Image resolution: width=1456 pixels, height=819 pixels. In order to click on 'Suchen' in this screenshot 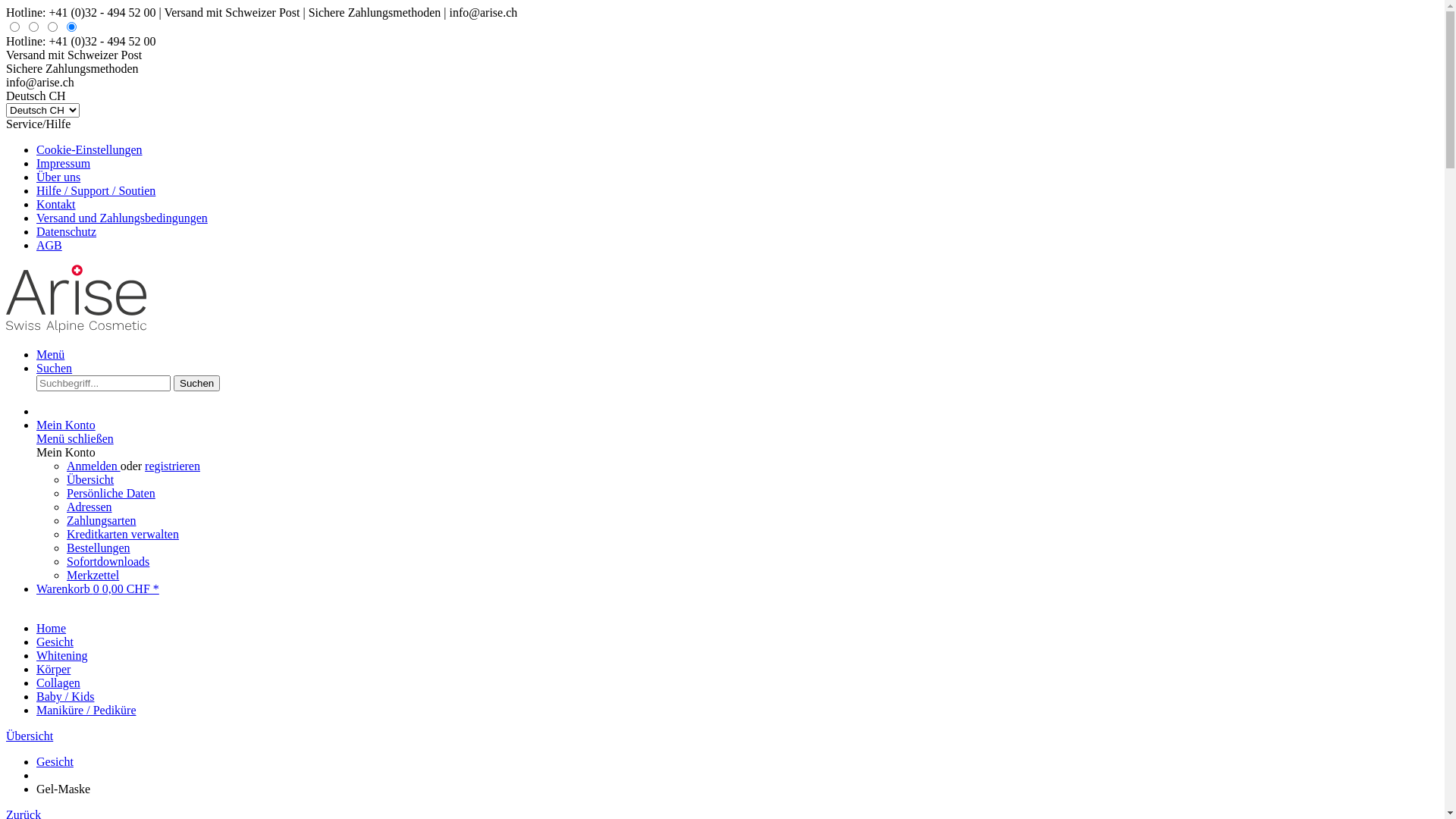, I will do `click(174, 382)`.